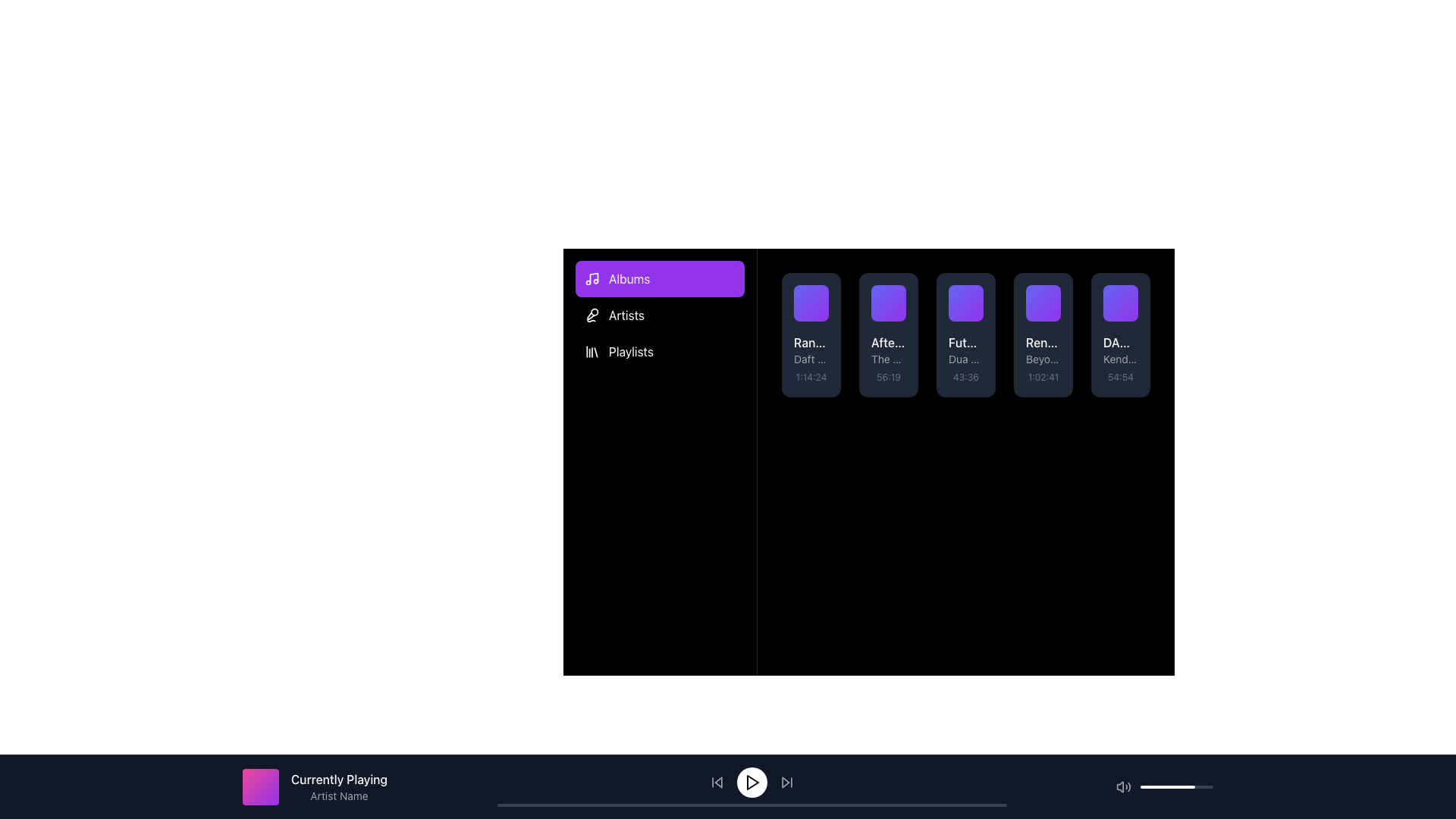 Image resolution: width=1456 pixels, height=819 pixels. Describe the element at coordinates (896, 294) in the screenshot. I see `the heart icon with a black semi-transparent background and a white heart symbol located at the upper-right corner of the 'After Hours' album card to mark it as a favorite` at that location.